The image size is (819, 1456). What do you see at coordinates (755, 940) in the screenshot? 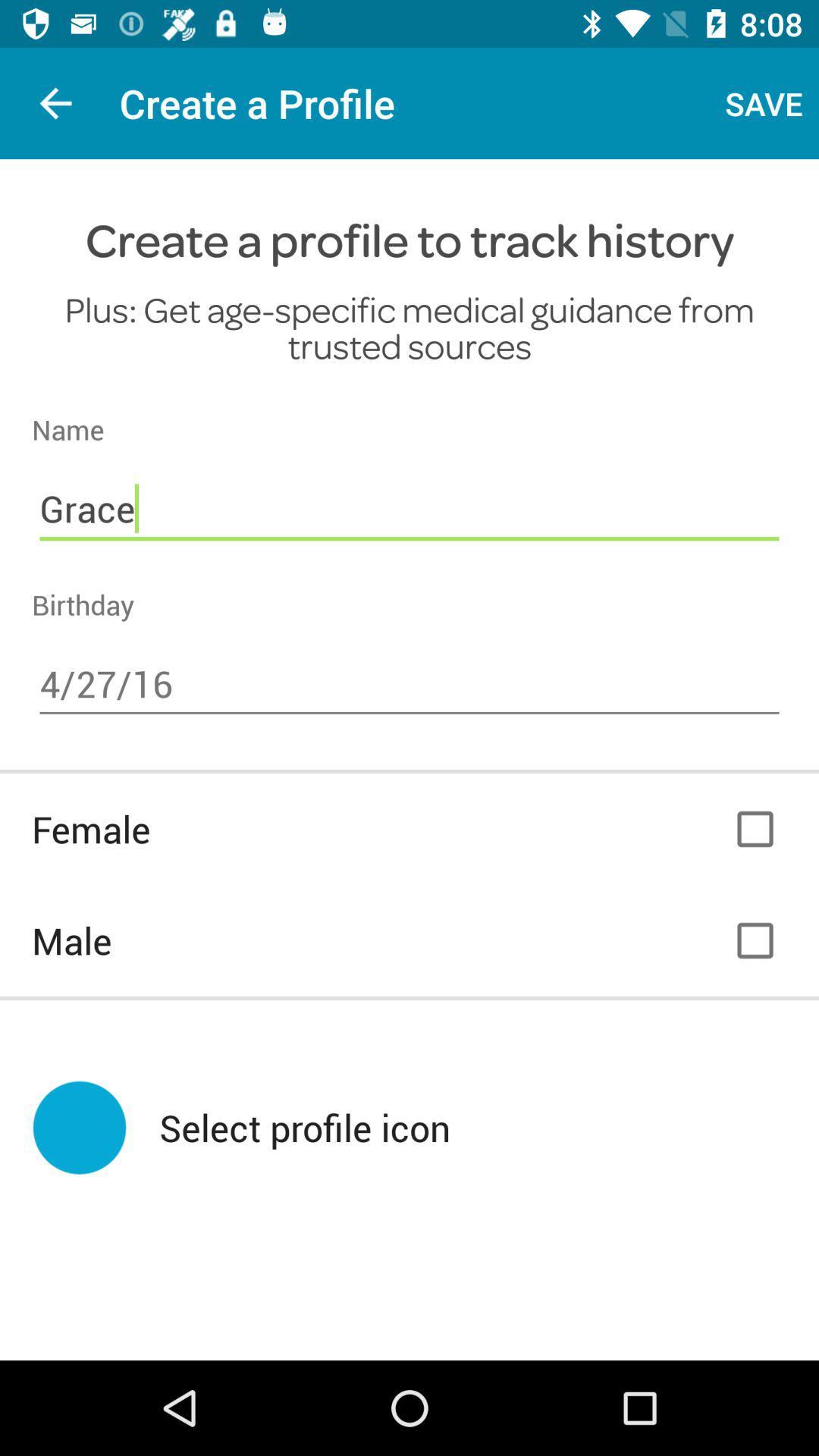
I see `male option` at bounding box center [755, 940].